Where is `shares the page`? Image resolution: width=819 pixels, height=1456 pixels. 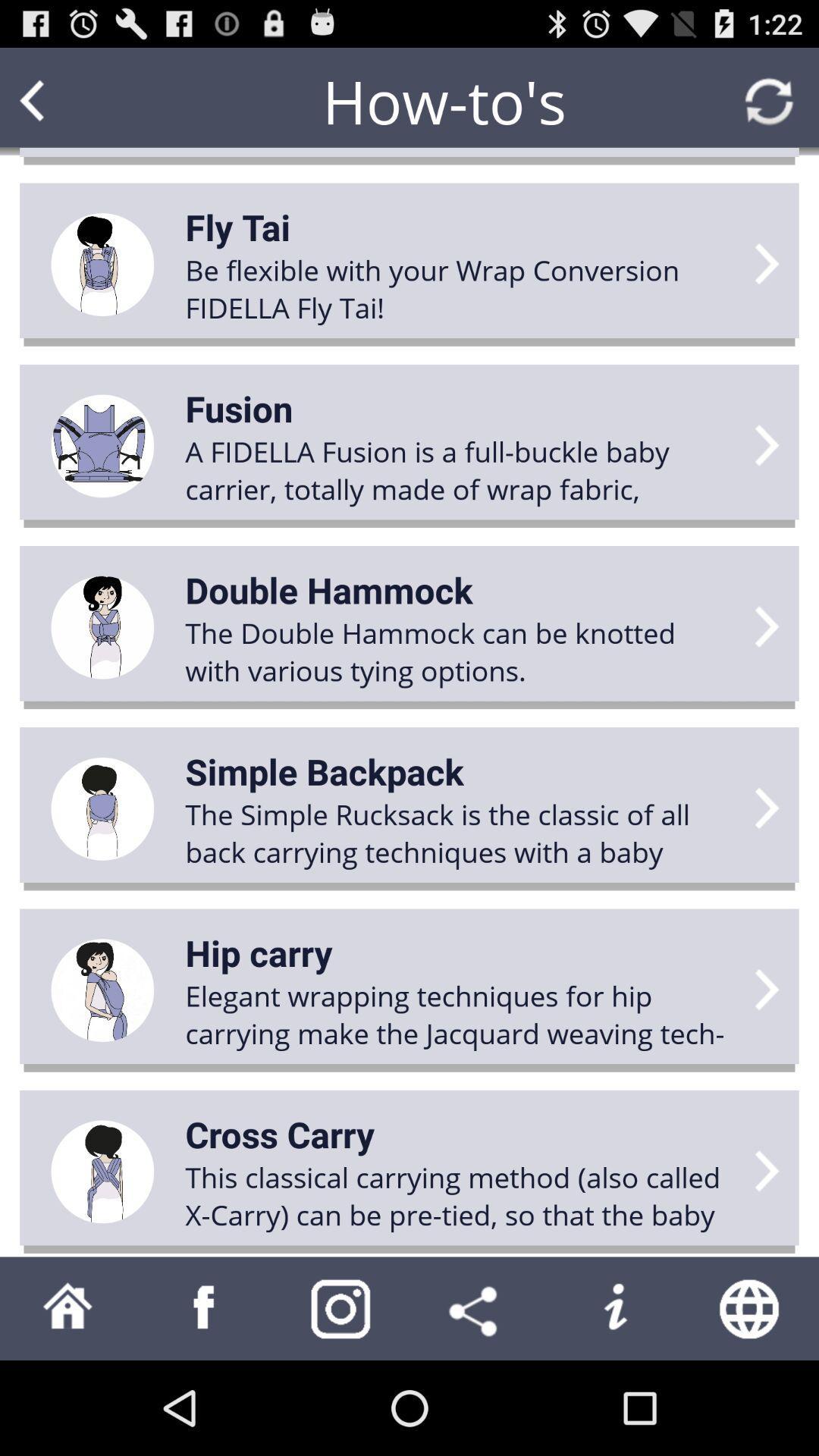
shares the page is located at coordinates (476, 1307).